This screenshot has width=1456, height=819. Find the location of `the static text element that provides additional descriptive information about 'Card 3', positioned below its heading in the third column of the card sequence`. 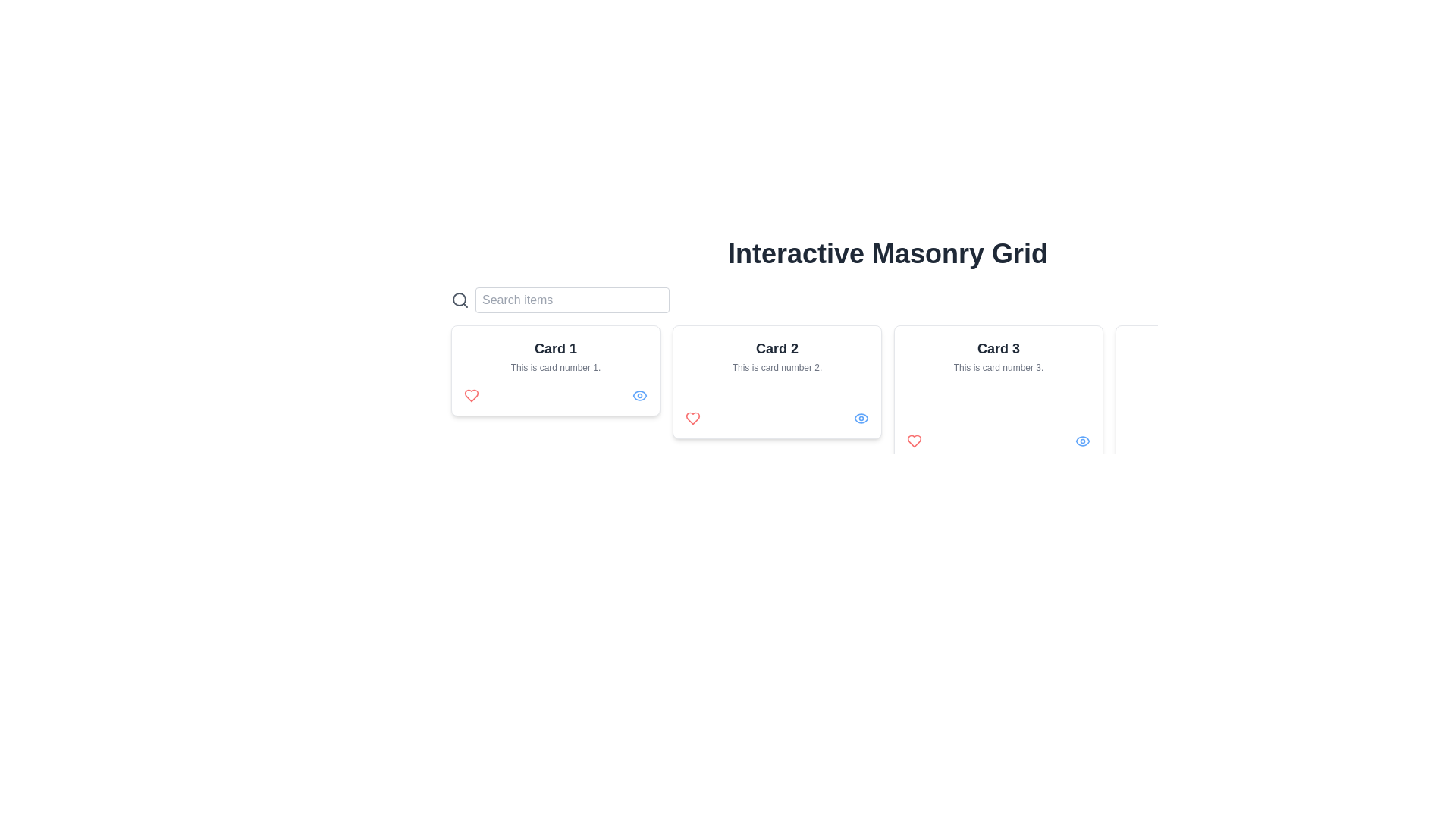

the static text element that provides additional descriptive information about 'Card 3', positioned below its heading in the third column of the card sequence is located at coordinates (998, 368).